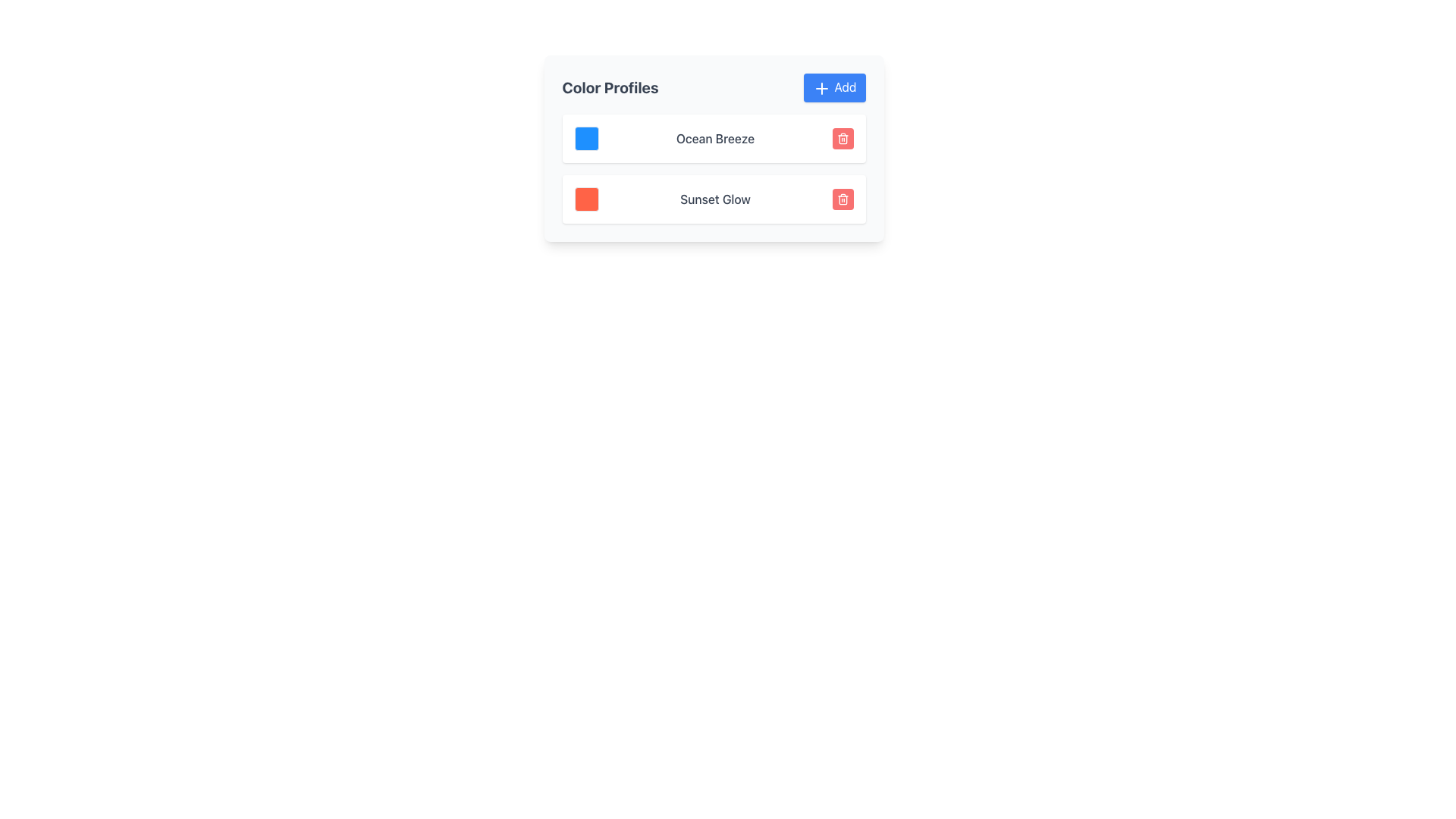 The image size is (1456, 819). I want to click on the color represented by the Color indicator in the 'Sunset Glow' section, which is the first element in its row, so click(585, 198).